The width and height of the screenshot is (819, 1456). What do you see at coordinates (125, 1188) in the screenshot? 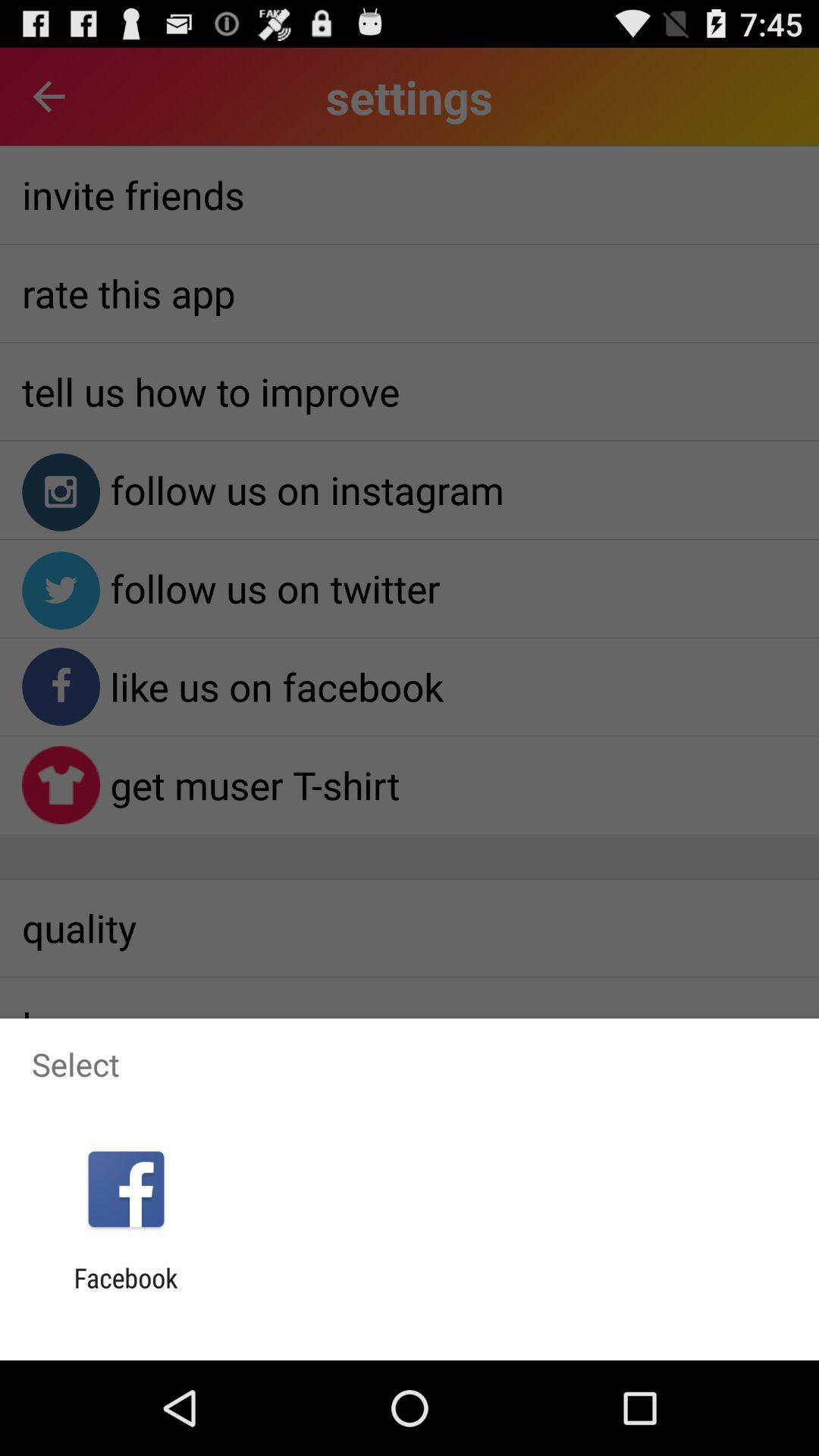
I see `item above the facebook` at bounding box center [125, 1188].